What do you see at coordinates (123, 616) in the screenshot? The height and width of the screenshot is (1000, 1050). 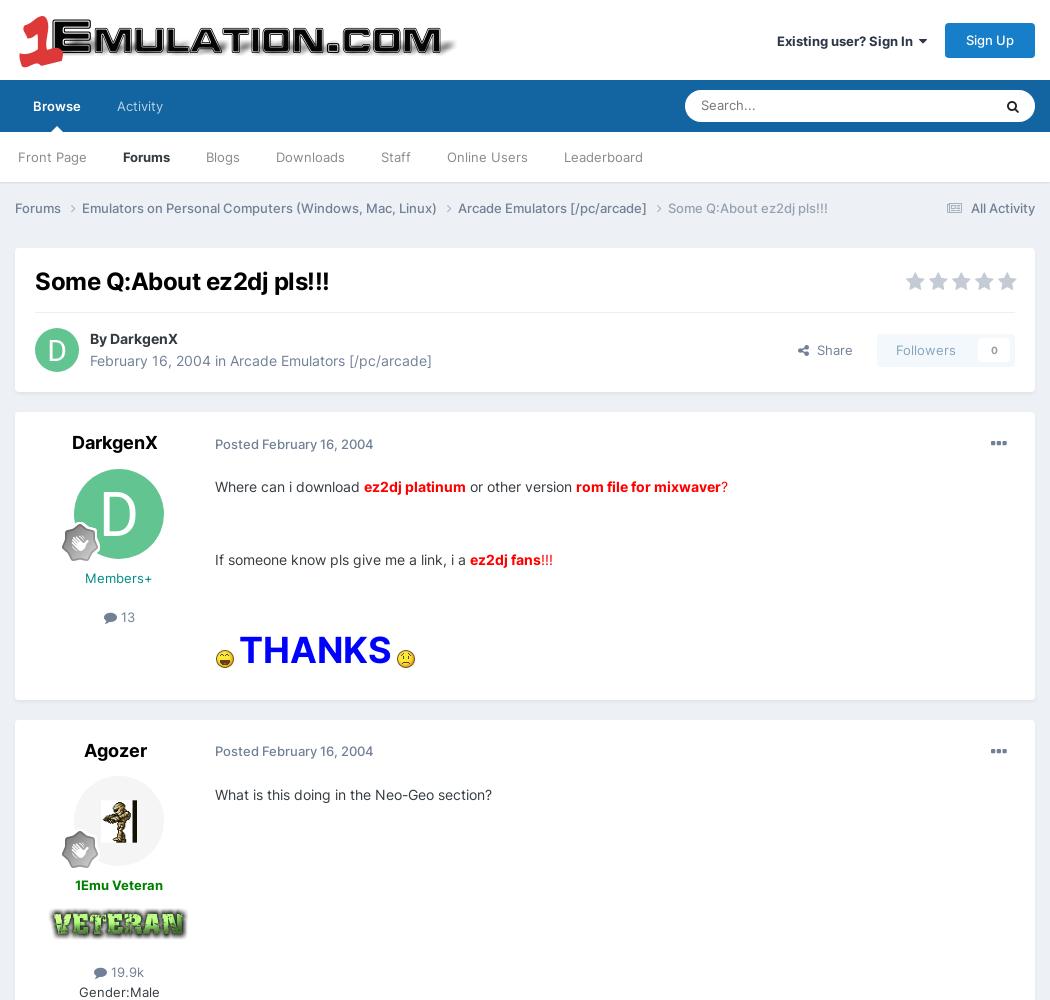 I see `'13'` at bounding box center [123, 616].